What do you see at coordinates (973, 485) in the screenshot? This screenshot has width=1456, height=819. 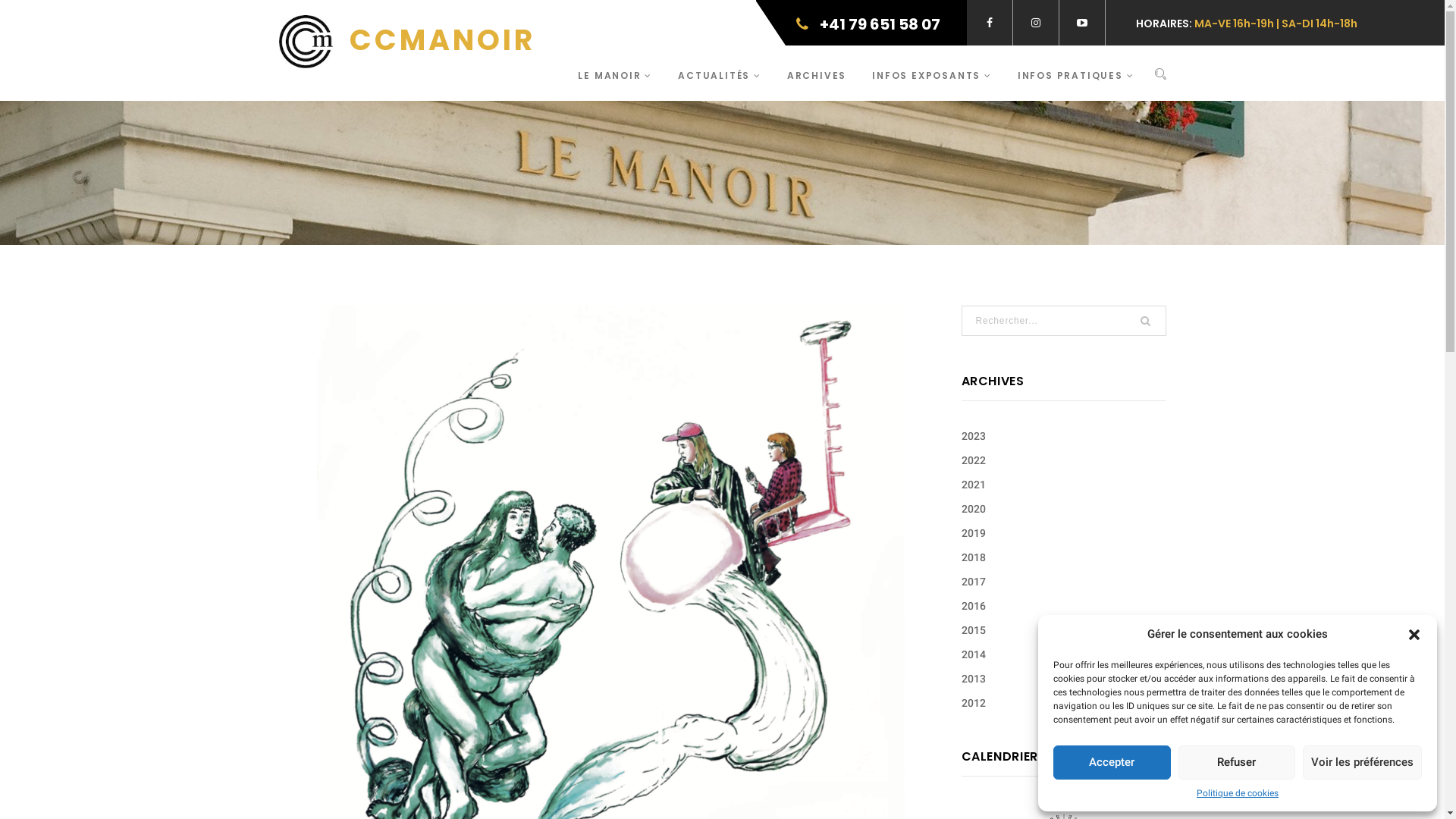 I see `'2021'` at bounding box center [973, 485].